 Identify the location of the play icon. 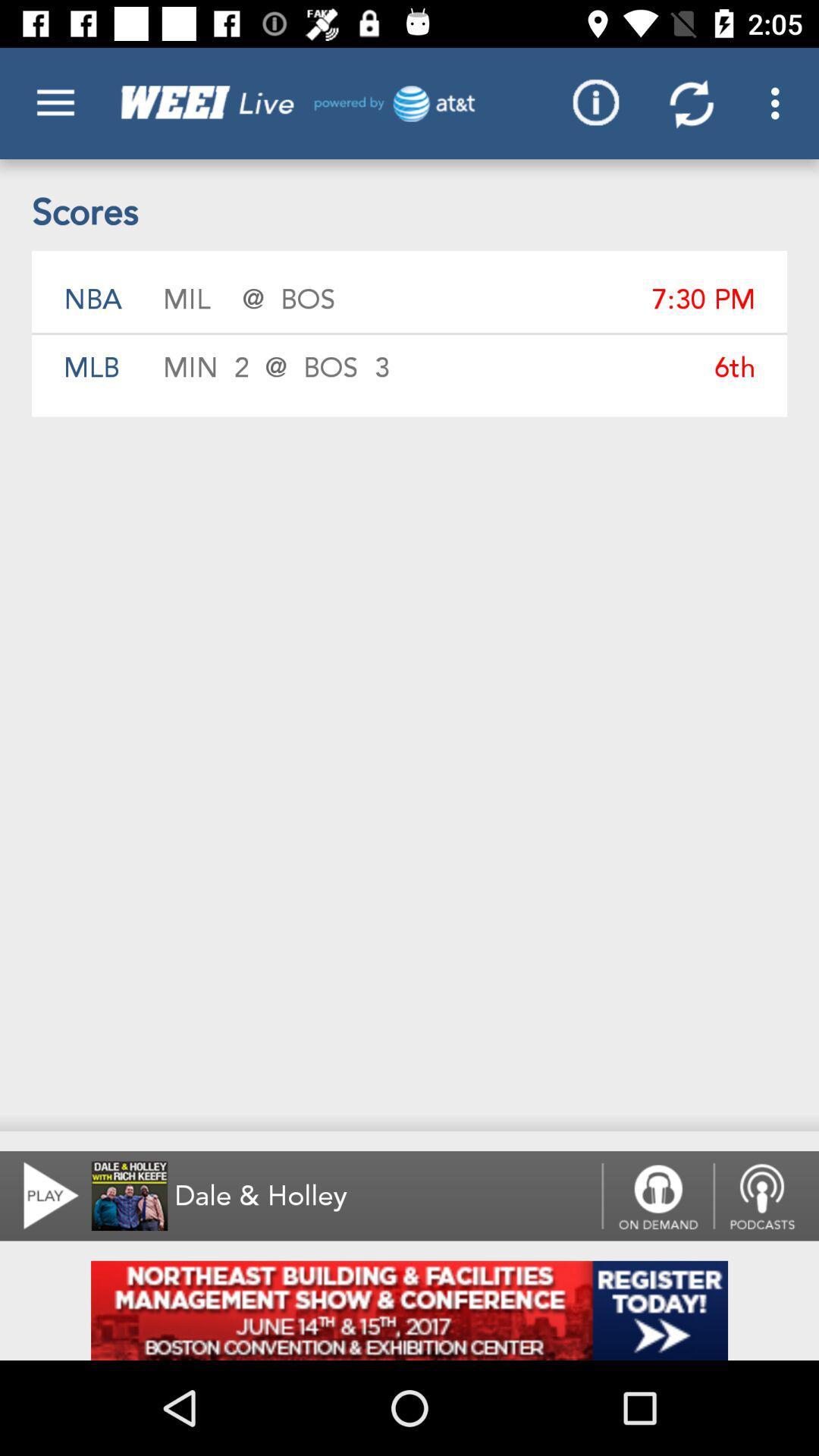
(41, 1195).